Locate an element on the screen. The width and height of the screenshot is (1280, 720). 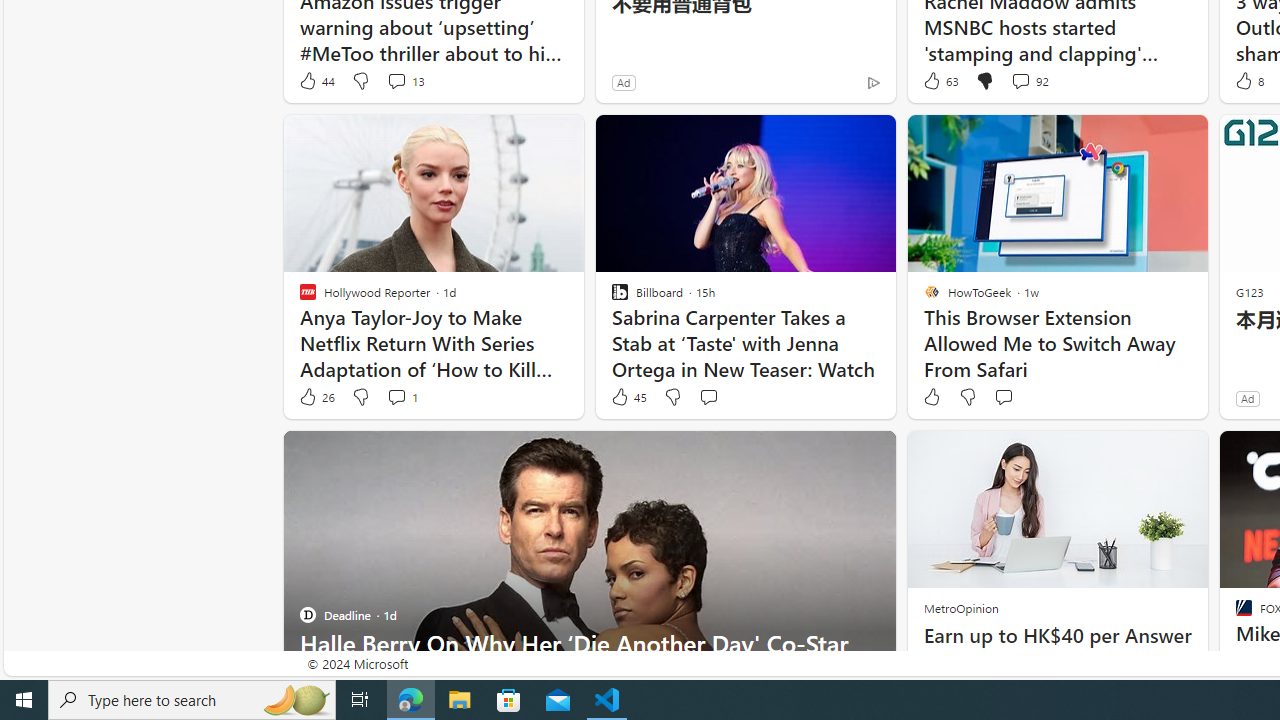
'View comments 1 Comment' is located at coordinates (400, 397).